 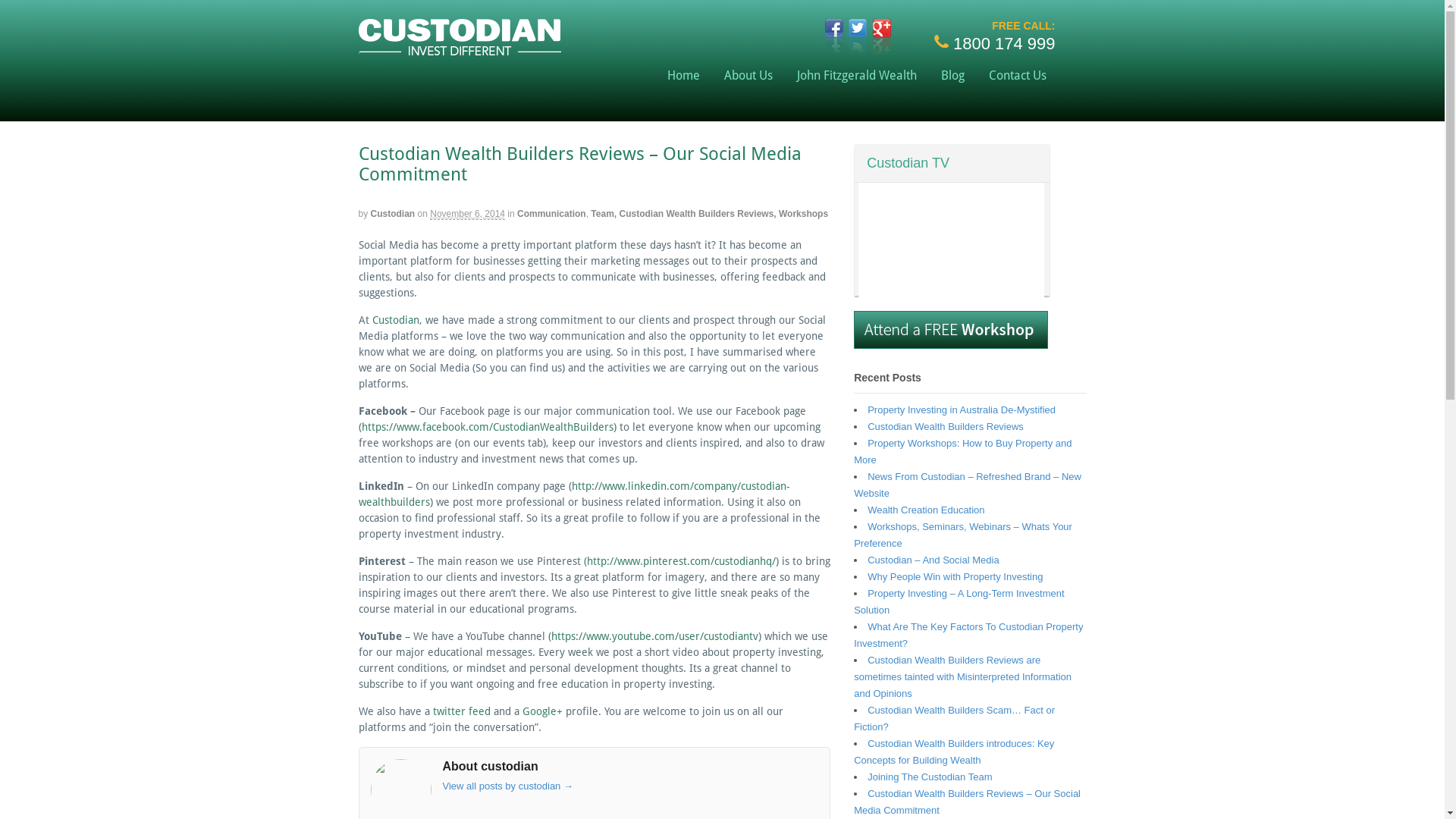 What do you see at coordinates (952, 75) in the screenshot?
I see `'Blog'` at bounding box center [952, 75].